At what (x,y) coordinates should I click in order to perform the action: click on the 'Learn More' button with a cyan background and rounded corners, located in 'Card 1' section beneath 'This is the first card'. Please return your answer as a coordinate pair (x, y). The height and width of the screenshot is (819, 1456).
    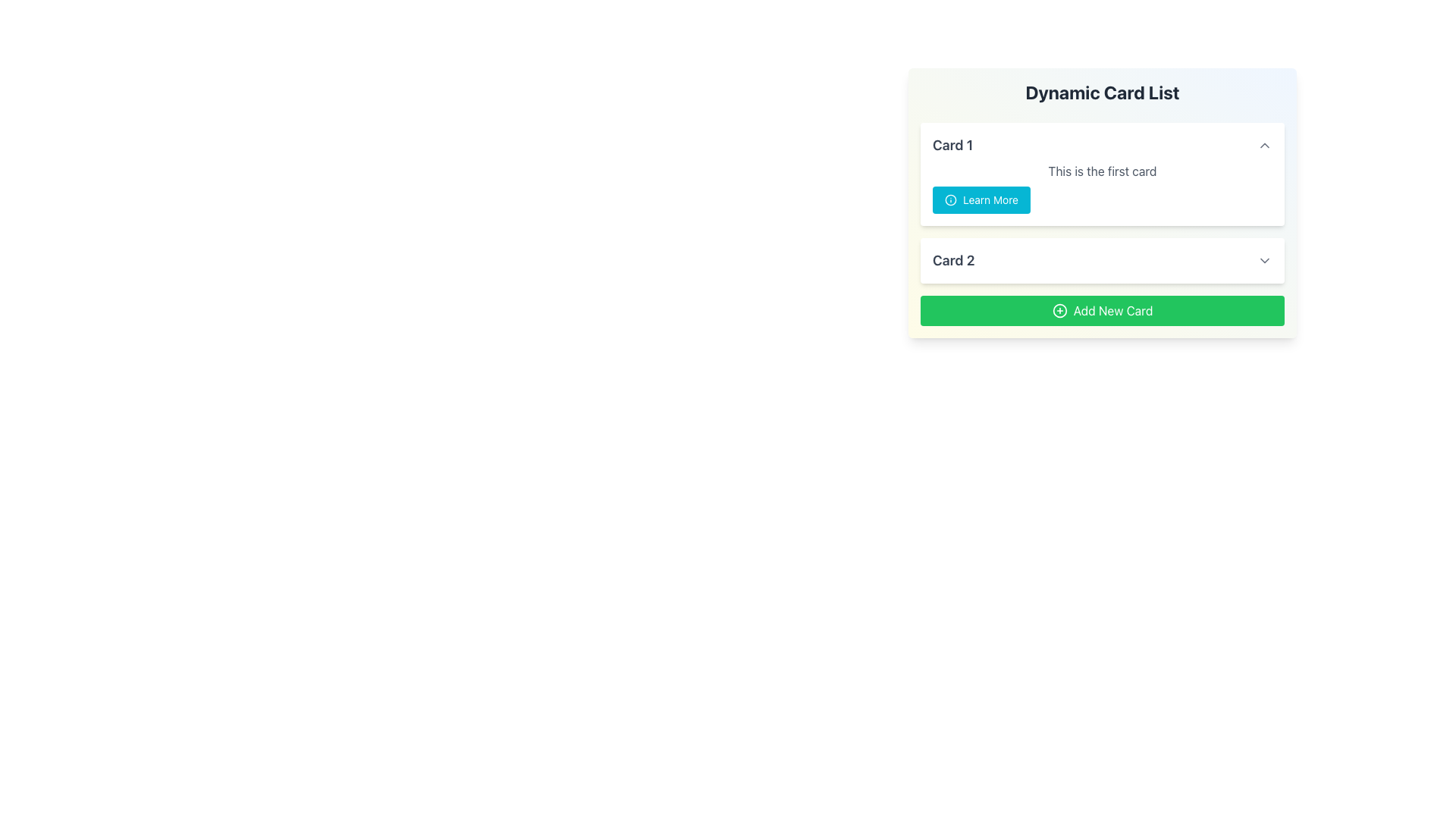
    Looking at the image, I should click on (981, 199).